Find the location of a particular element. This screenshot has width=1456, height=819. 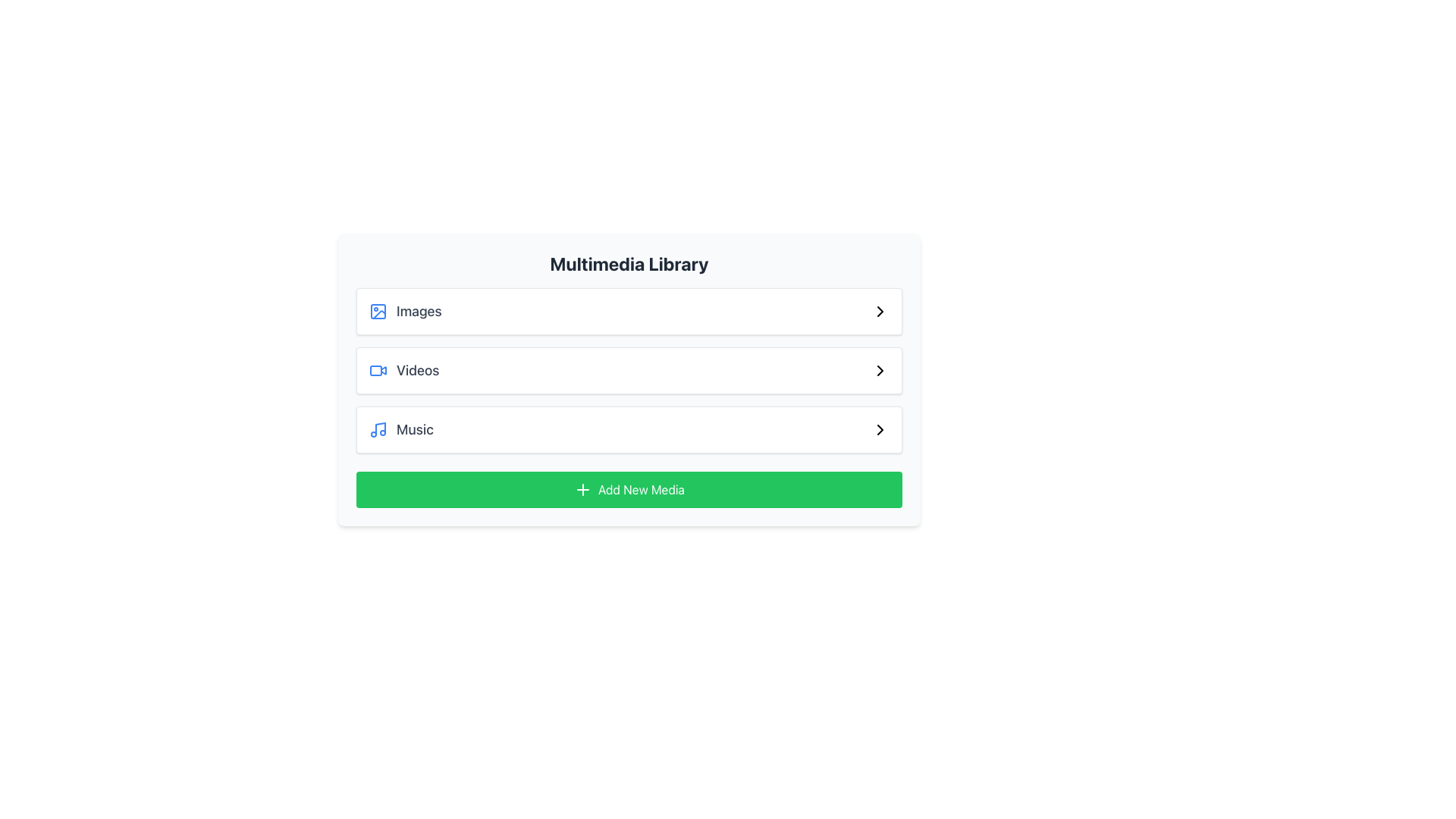

SVG rectangle element with curved corners that is part of an image-related icon by opening the developer tools is located at coordinates (378, 311).